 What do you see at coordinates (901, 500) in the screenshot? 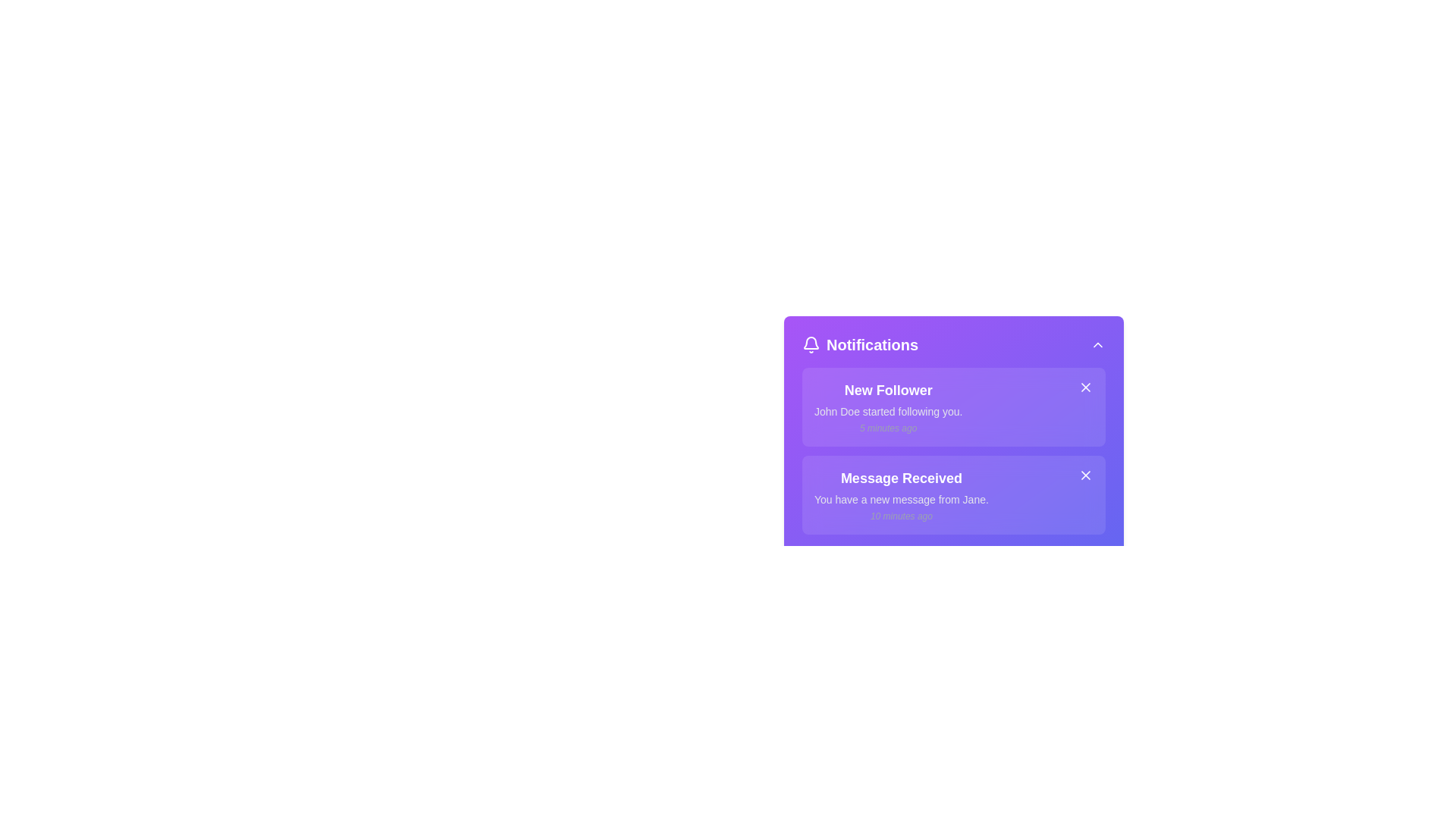
I see `message displayed in the static text of the notification card titled 'Message Received', which is located directly below the title and above the timestamp` at bounding box center [901, 500].